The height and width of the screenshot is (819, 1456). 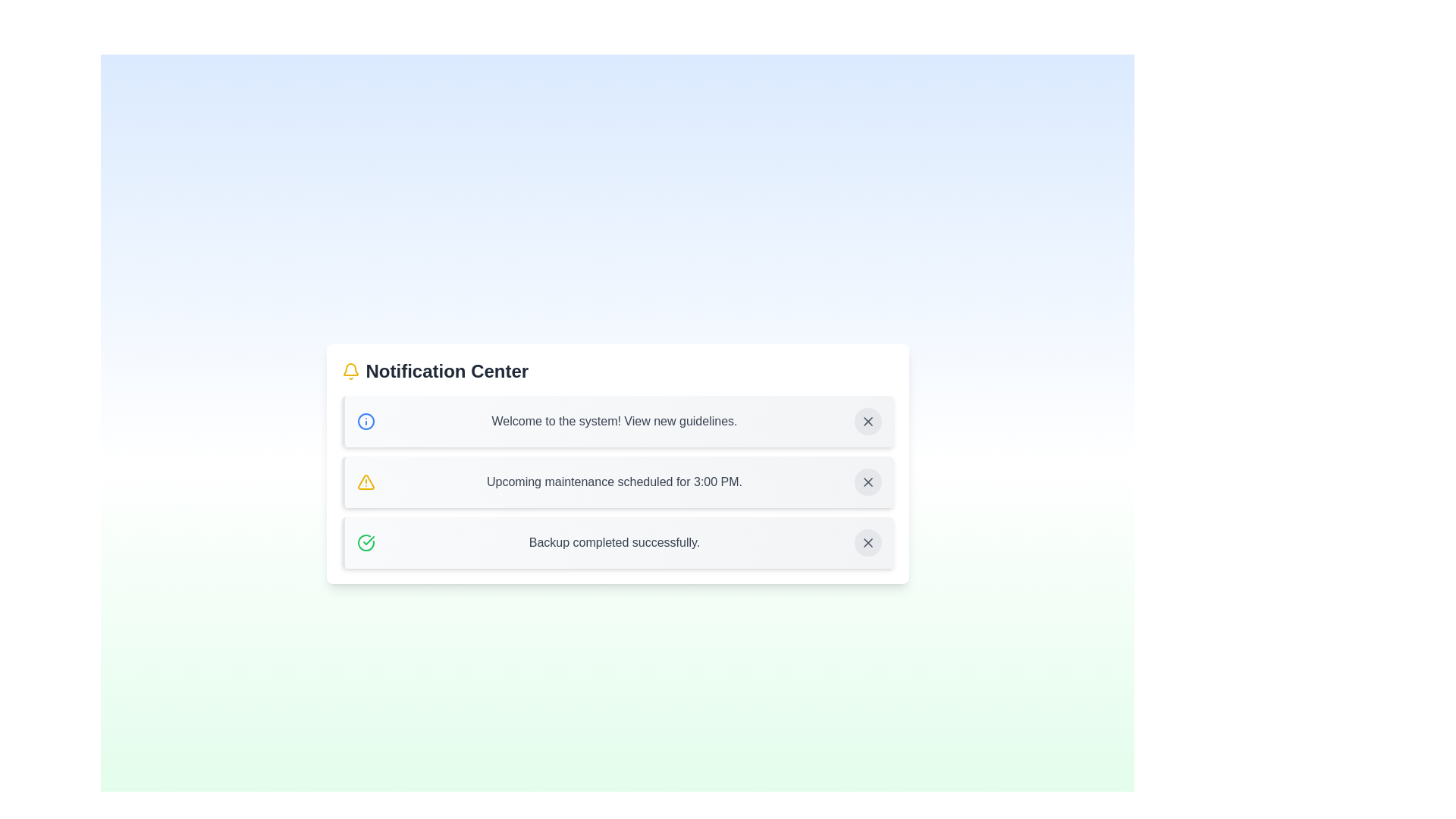 What do you see at coordinates (366, 421) in the screenshot?
I see `the informational icon located in the middle column of the topmost notification line` at bounding box center [366, 421].